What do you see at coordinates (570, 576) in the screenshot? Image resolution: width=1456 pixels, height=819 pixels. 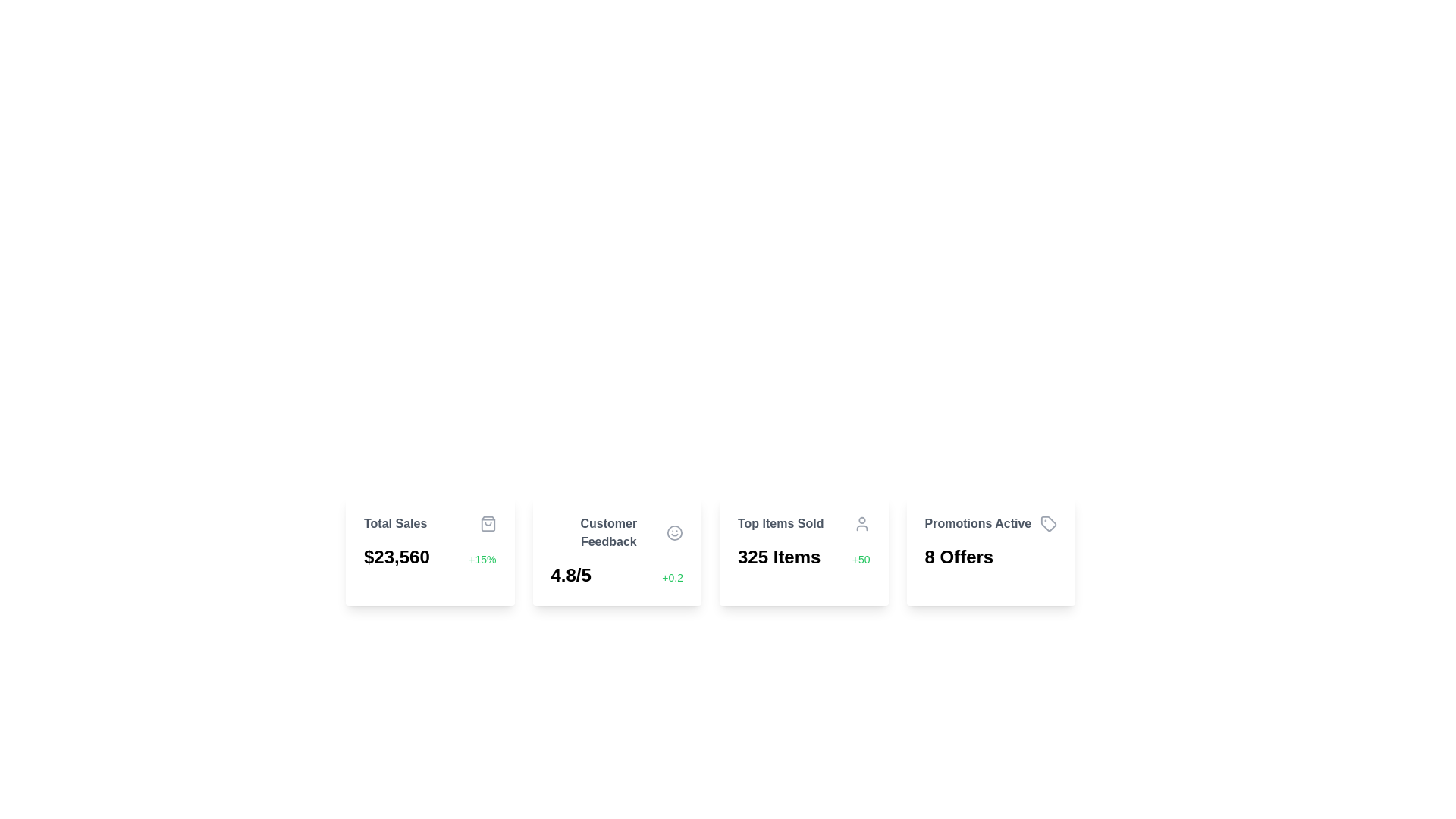 I see `the static text display showing the rating '4.8/5' in bold, large font, located in the 'Customer Feedback' card` at bounding box center [570, 576].